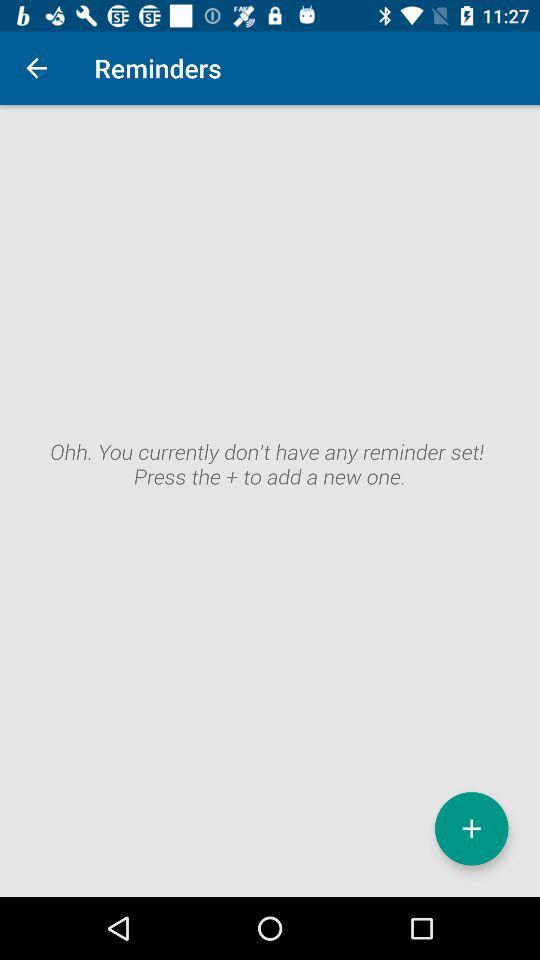 The height and width of the screenshot is (960, 540). I want to click on the add icon, so click(471, 828).